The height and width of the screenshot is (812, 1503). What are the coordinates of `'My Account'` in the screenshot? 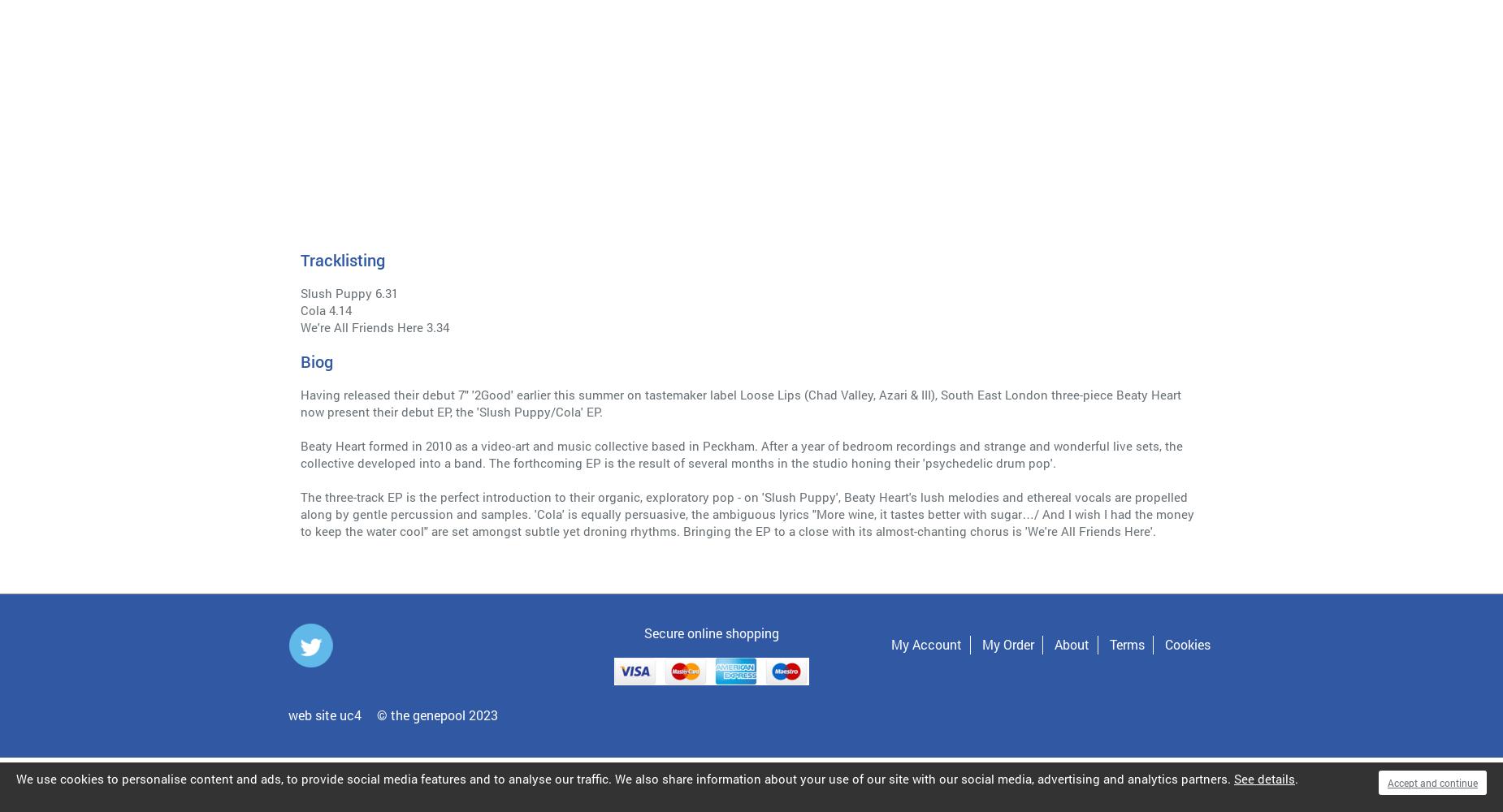 It's located at (890, 644).